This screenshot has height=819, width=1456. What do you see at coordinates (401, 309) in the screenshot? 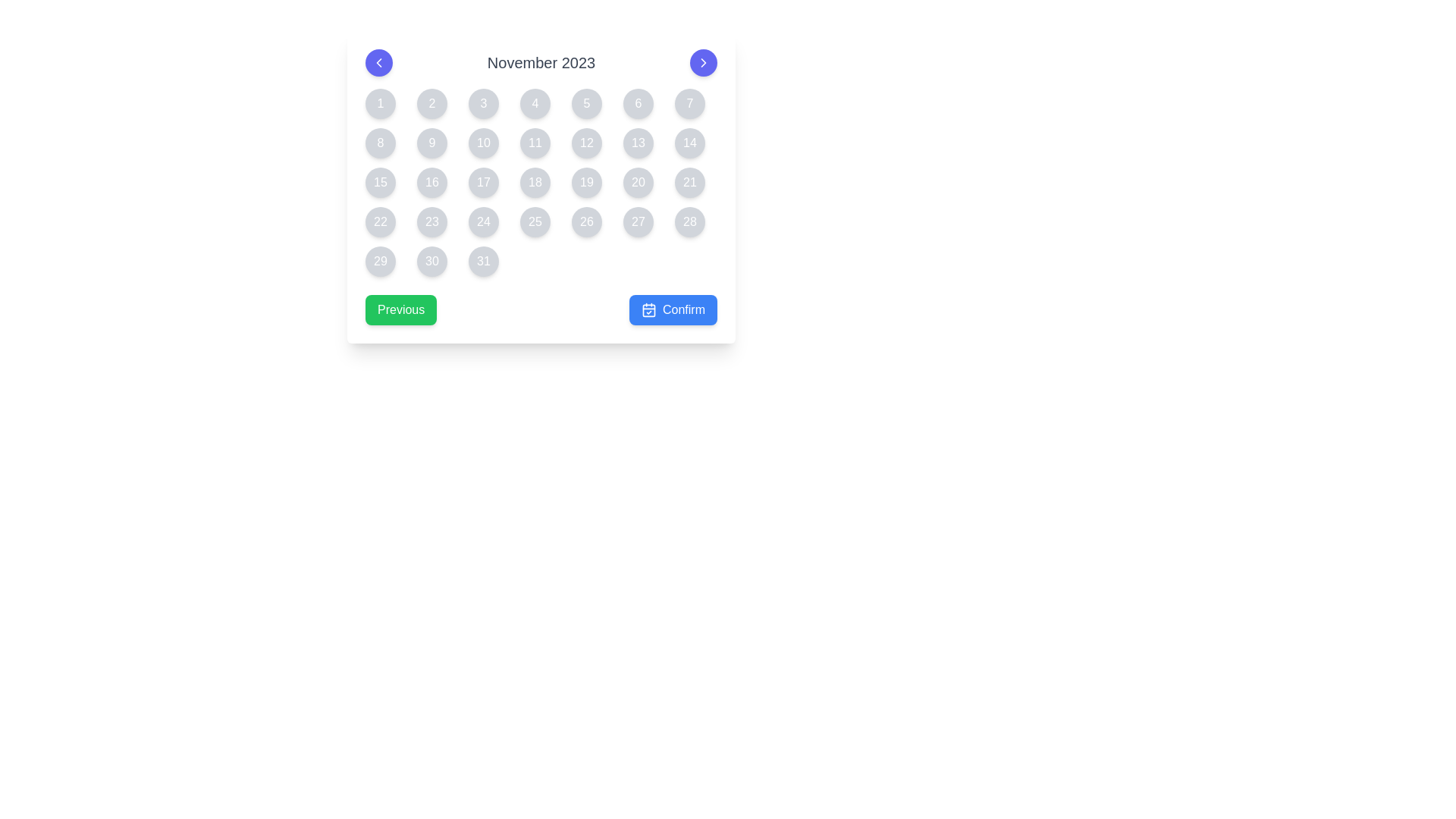
I see `the 'Previous' button located on the bottom-left side of the calendar panel for November 2023 to observe its hover effect` at bounding box center [401, 309].